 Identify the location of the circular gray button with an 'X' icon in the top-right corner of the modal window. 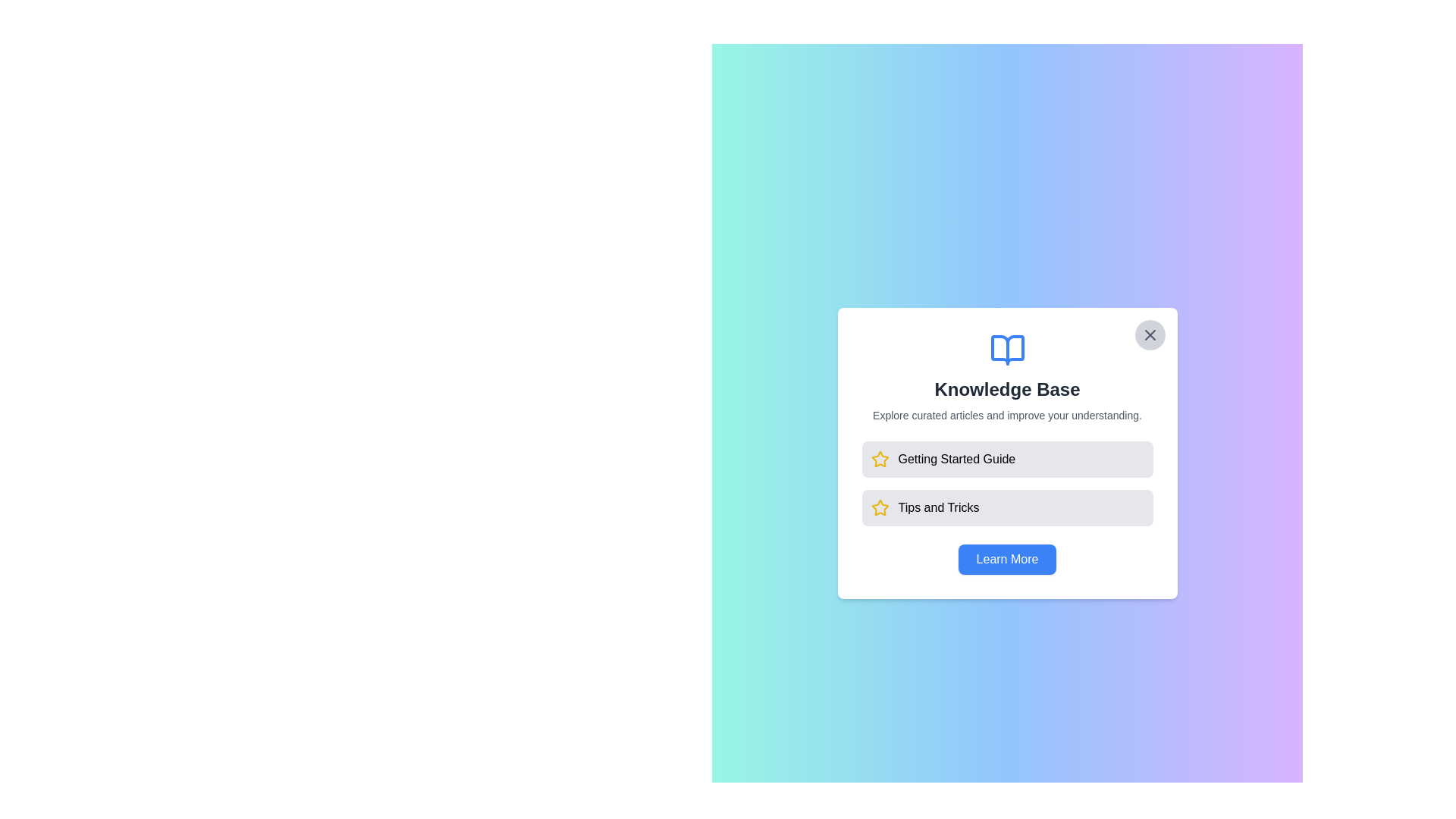
(1150, 334).